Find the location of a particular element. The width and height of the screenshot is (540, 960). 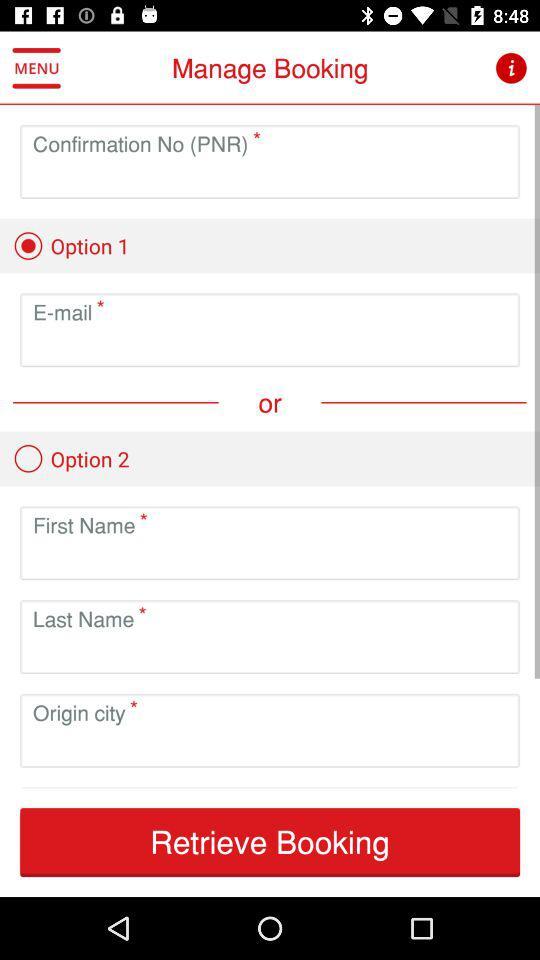

the retrieve booking is located at coordinates (270, 841).